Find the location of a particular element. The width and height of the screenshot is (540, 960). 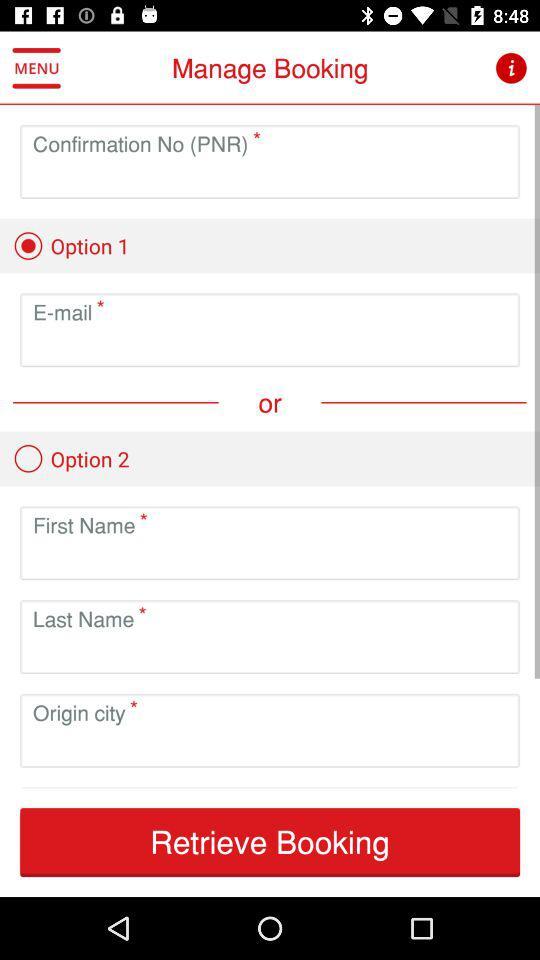

the retrieve booking is located at coordinates (270, 841).